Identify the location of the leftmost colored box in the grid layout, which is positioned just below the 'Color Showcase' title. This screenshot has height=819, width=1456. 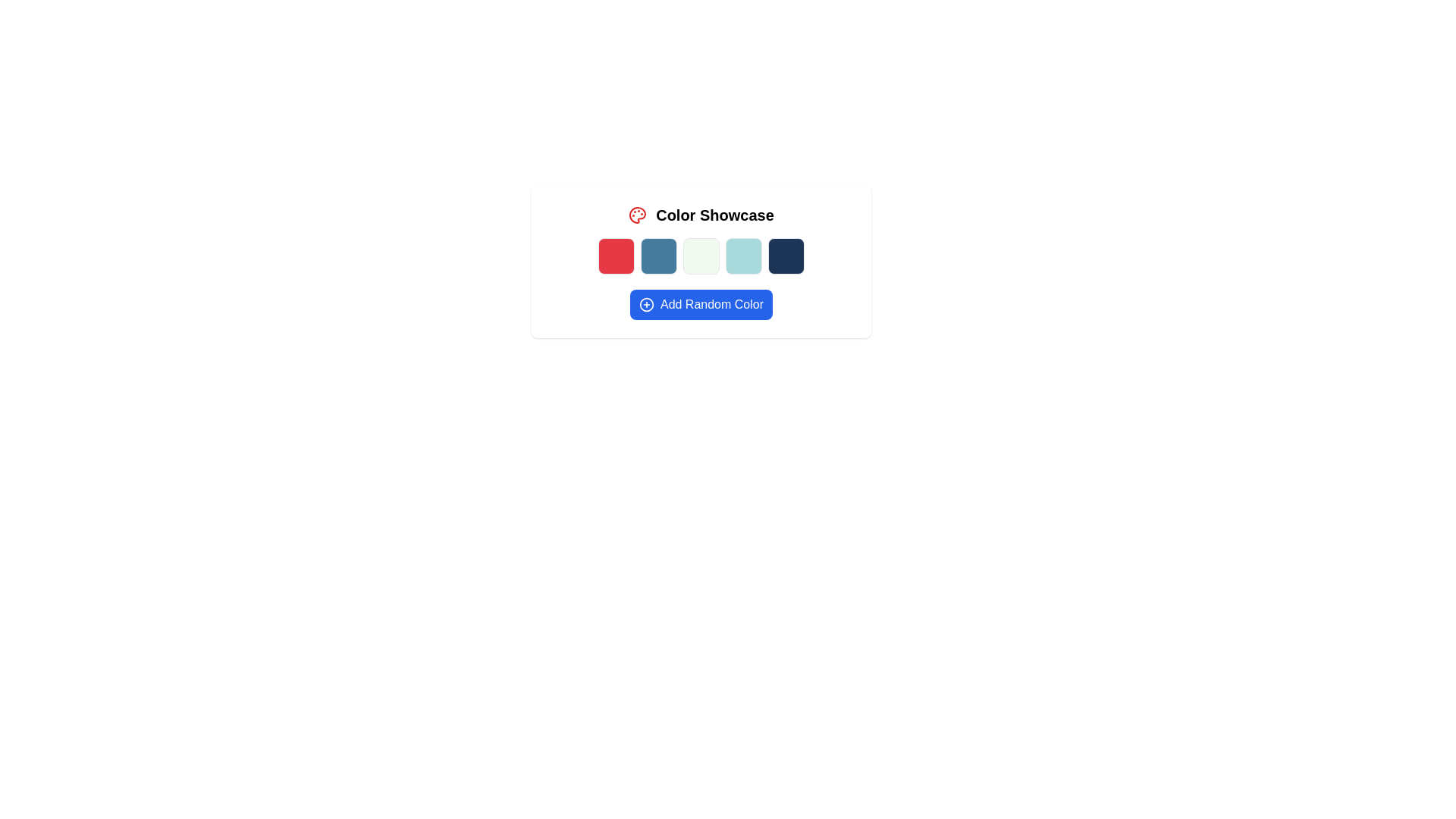
(616, 256).